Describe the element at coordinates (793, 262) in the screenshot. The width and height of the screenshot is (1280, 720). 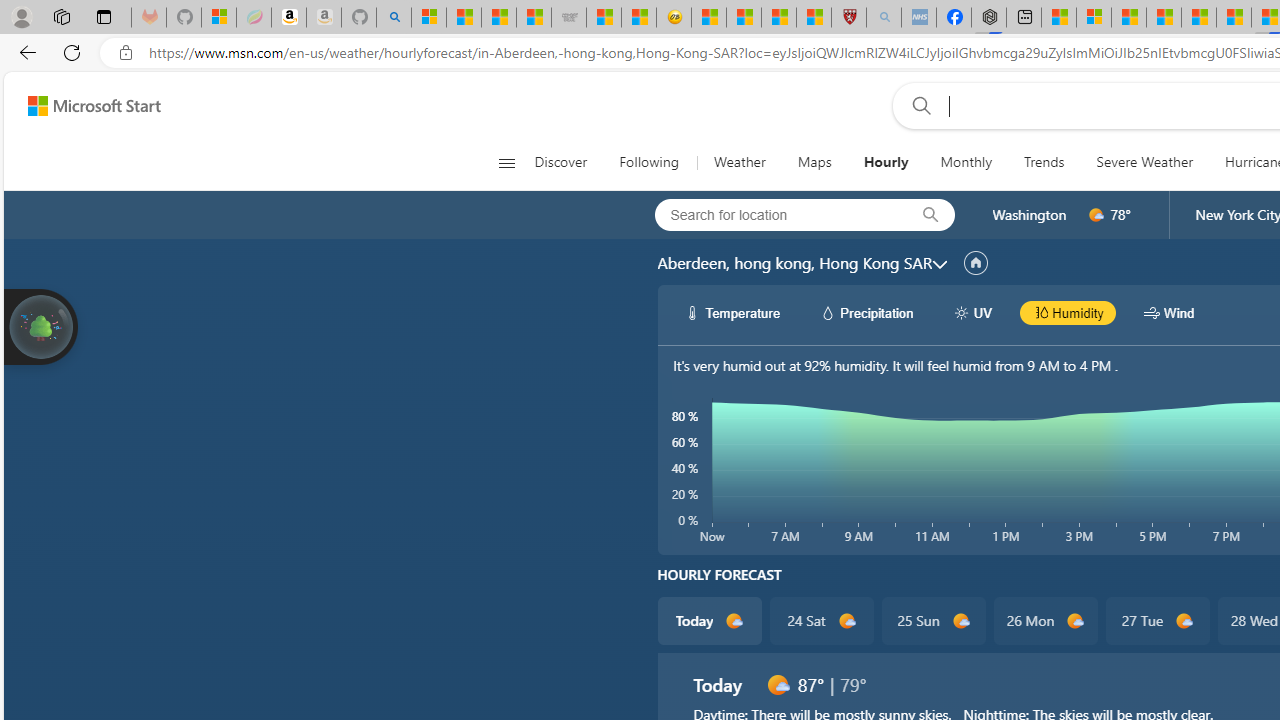
I see `'Aberdeen, hong kong, Hong Kong SAR'` at that location.